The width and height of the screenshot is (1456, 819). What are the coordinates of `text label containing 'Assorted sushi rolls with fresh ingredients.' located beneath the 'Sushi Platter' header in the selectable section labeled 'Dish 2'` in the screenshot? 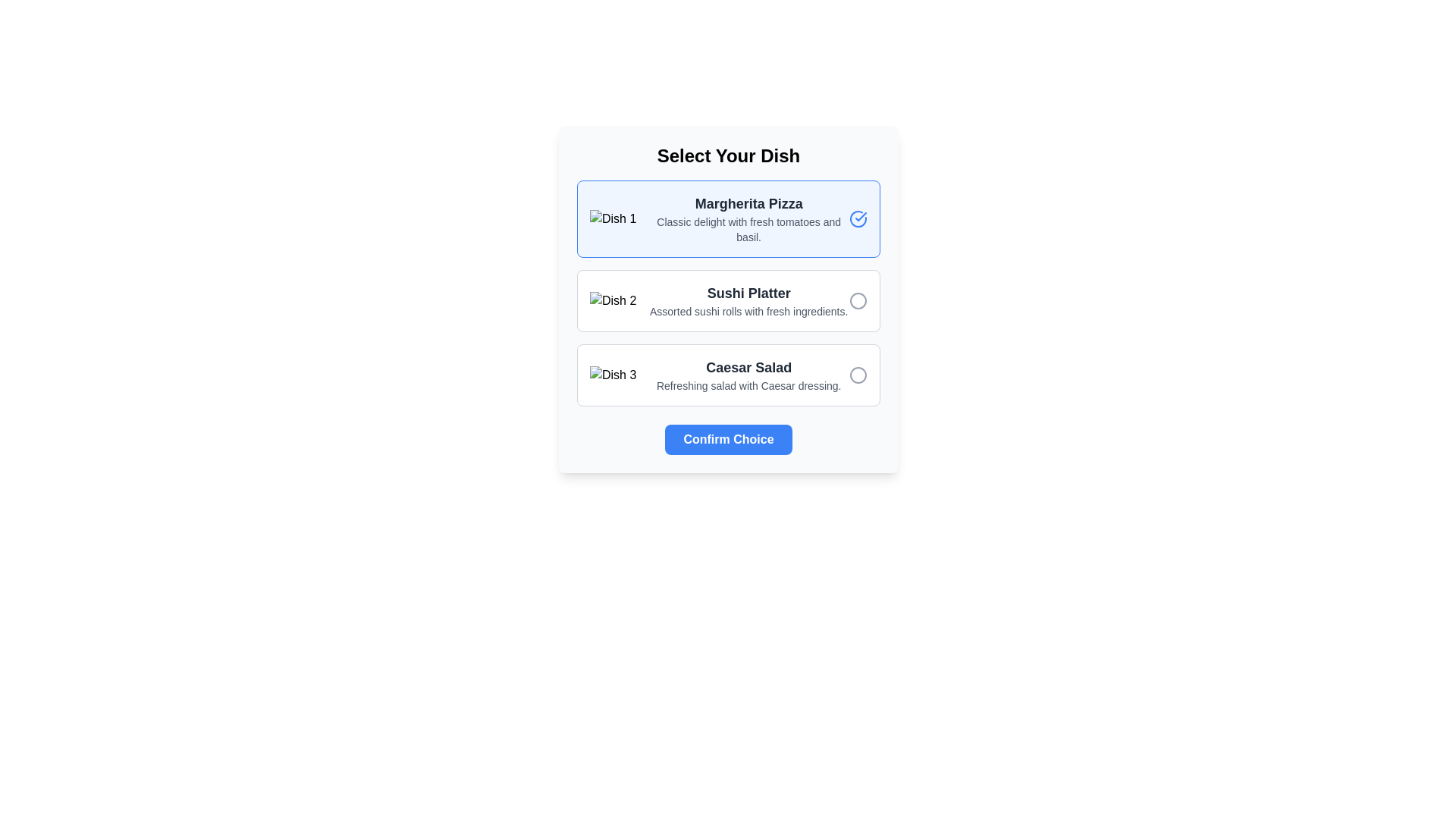 It's located at (748, 311).